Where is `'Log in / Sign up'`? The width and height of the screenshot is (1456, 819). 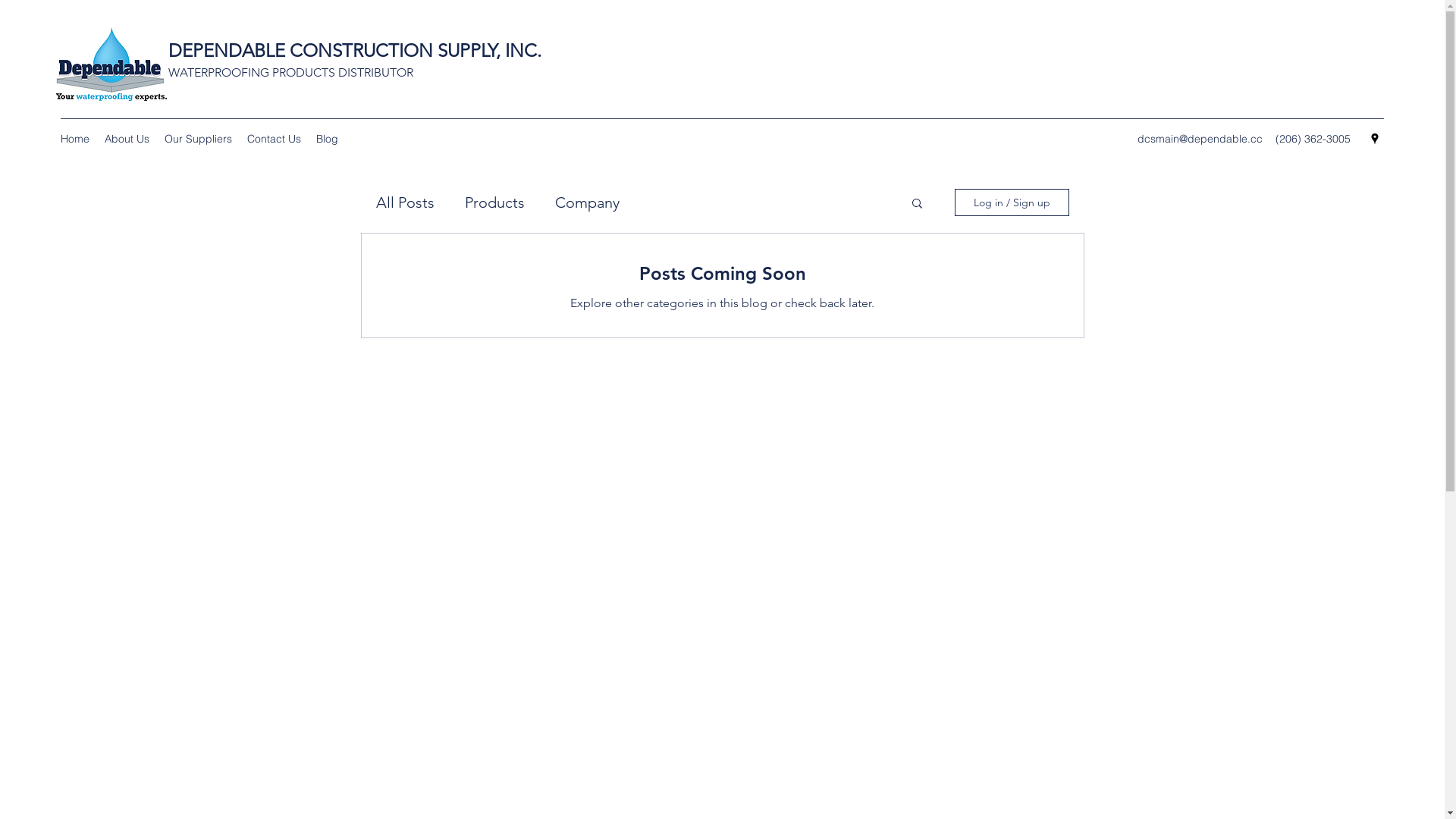
'Log in / Sign up' is located at coordinates (1011, 201).